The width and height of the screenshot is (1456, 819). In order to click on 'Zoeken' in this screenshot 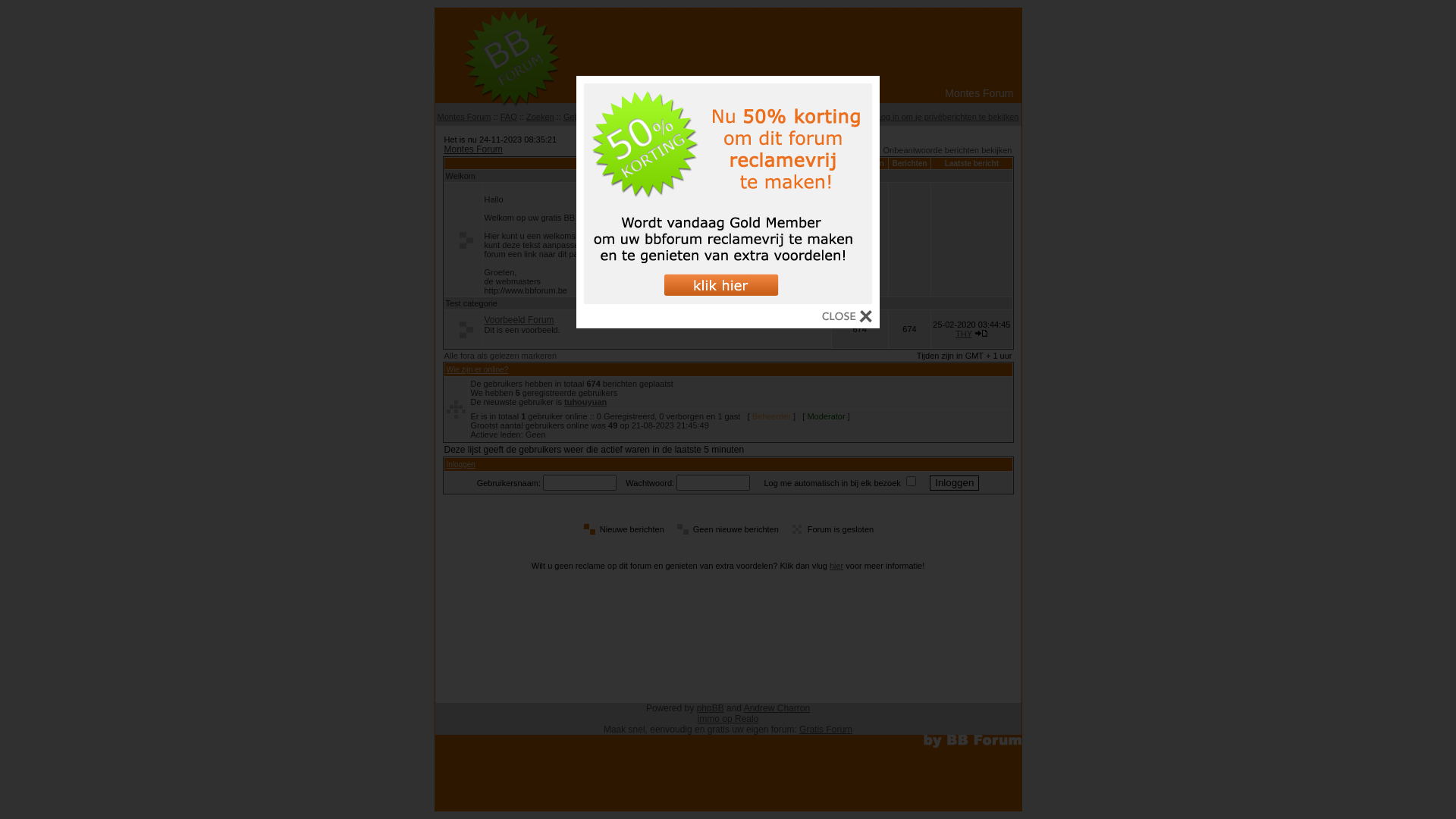, I will do `click(540, 116)`.